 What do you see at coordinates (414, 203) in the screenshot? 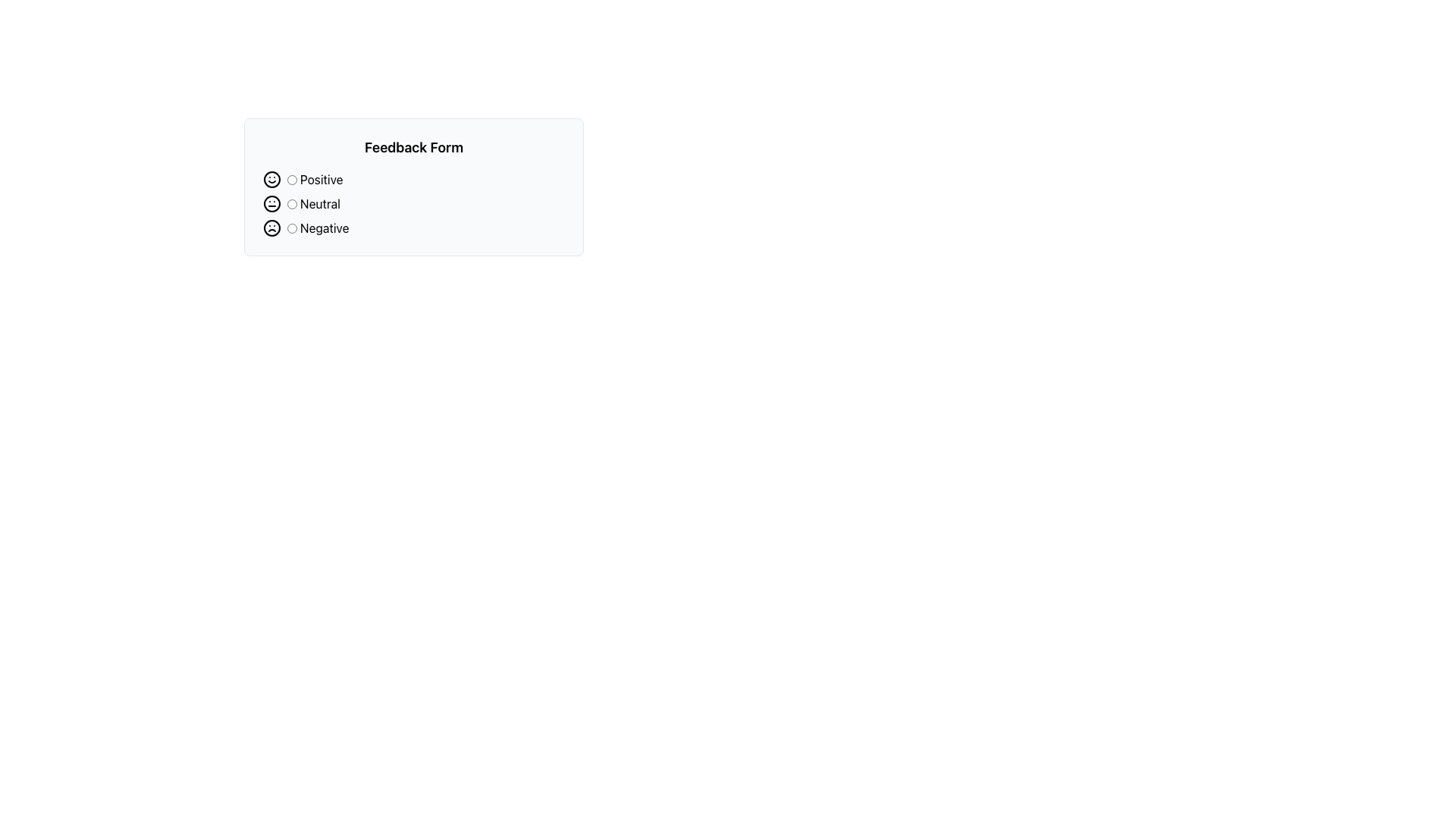
I see `the 'Neutral' radio button option in the feedback section to receive visual feedback` at bounding box center [414, 203].